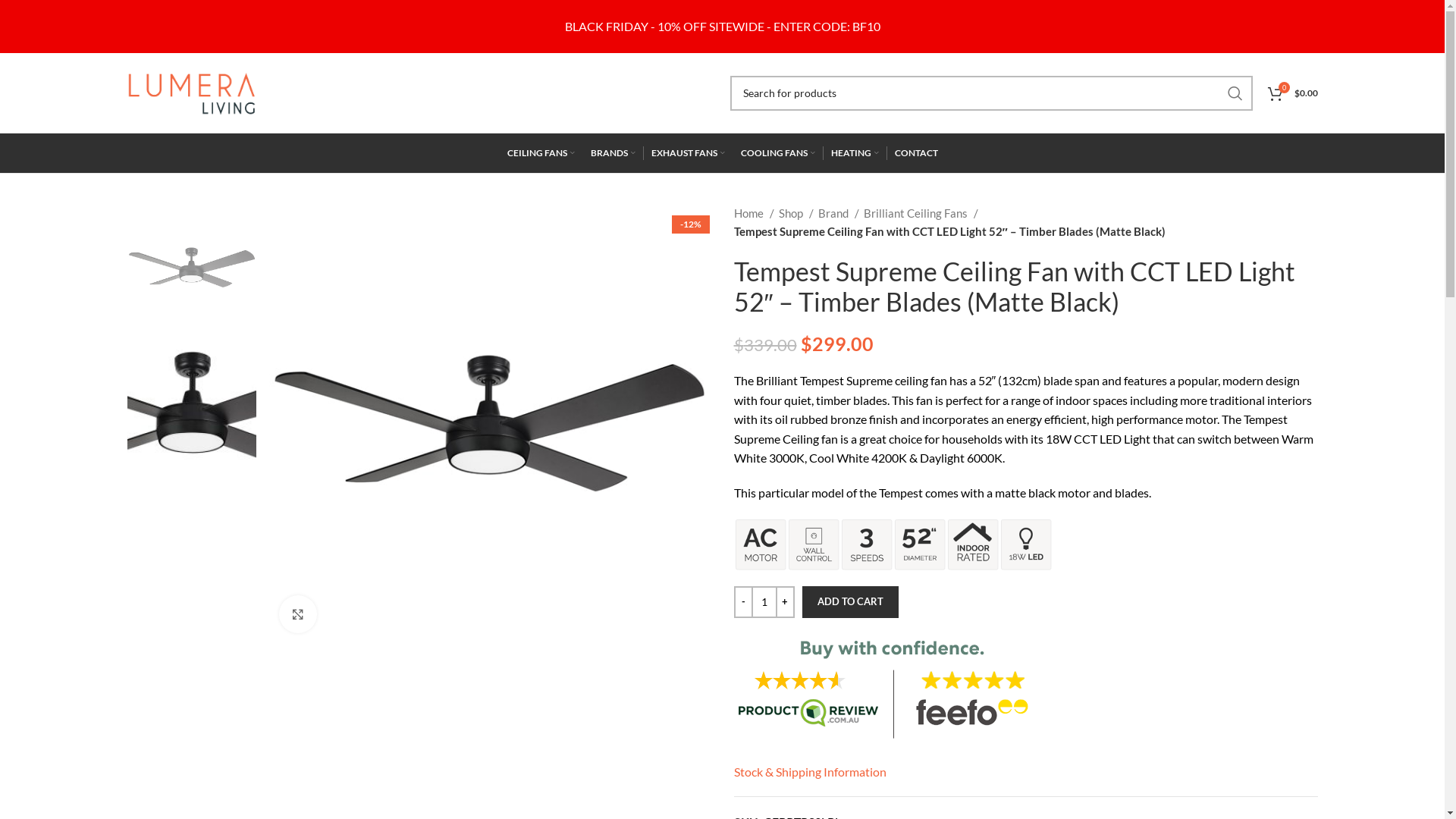  What do you see at coordinates (540, 152) in the screenshot?
I see `'CEILING FANS'` at bounding box center [540, 152].